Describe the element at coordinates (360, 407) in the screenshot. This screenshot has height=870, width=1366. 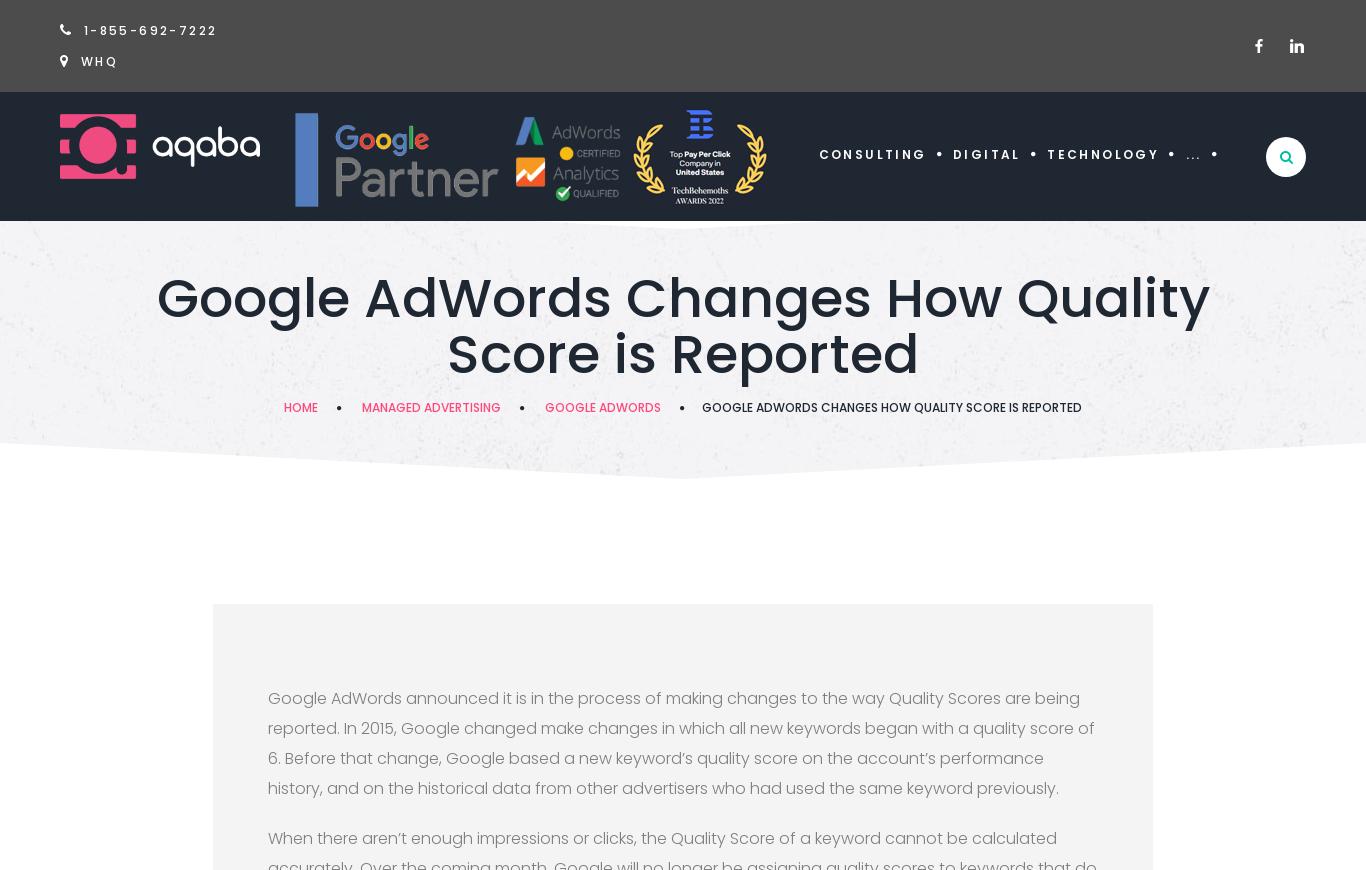
I see `'Managed Advertising'` at that location.